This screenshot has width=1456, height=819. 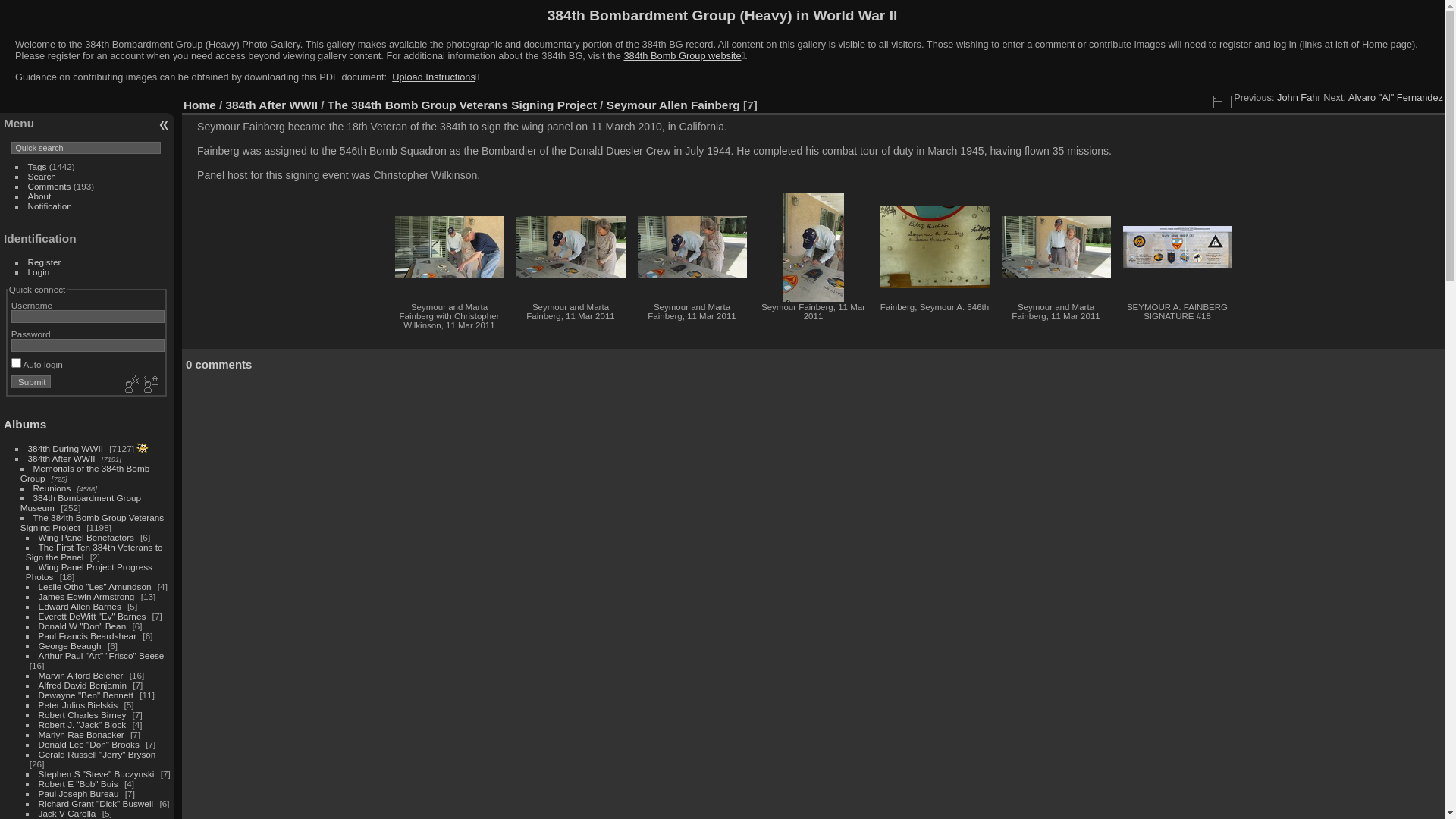 I want to click on 'Wing Panel Project Progress Photos', so click(x=88, y=571).